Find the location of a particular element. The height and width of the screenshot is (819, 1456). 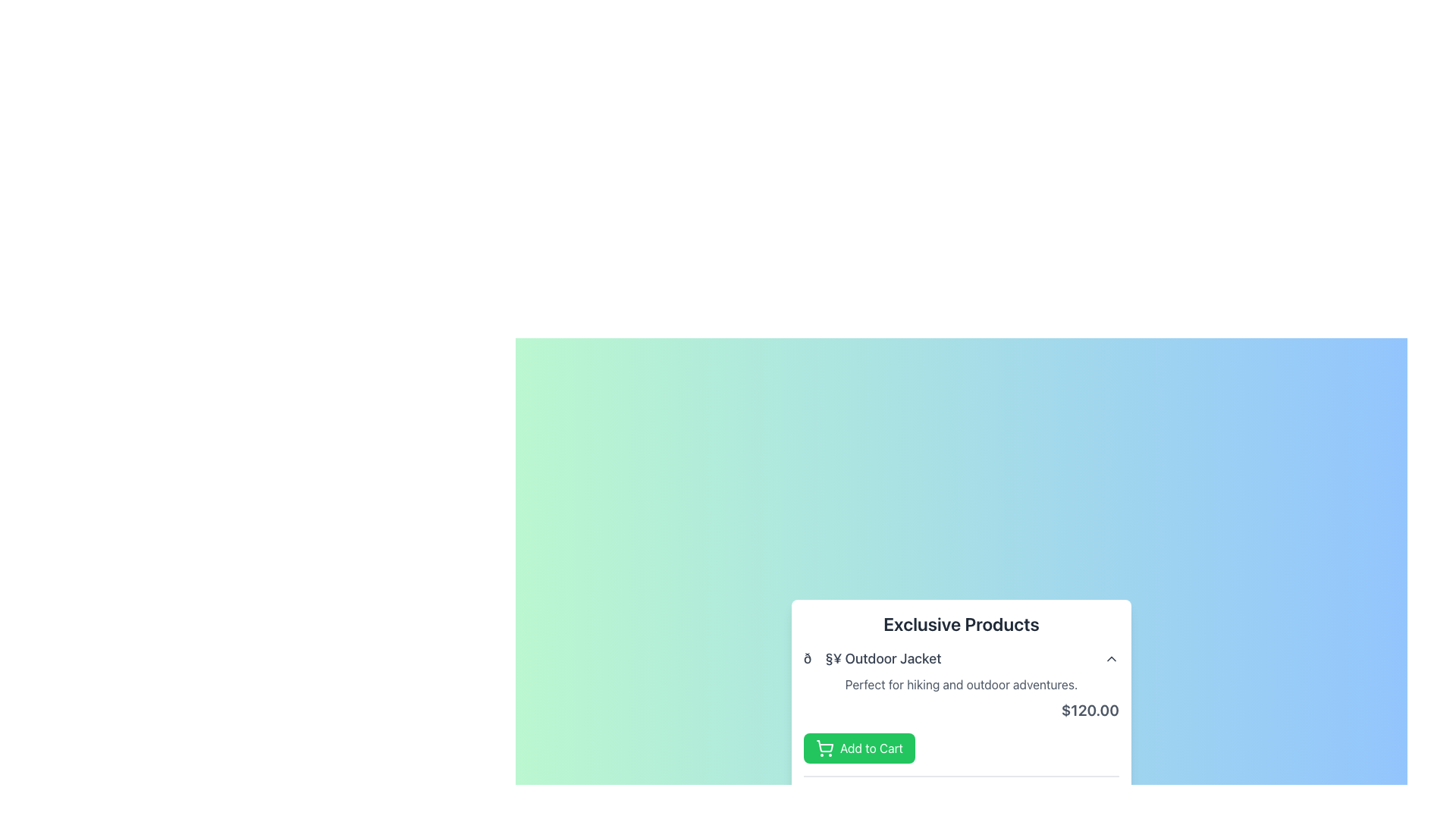

the button located to the right of the text '🧥 Outdoor Jacket' is located at coordinates (1111, 657).